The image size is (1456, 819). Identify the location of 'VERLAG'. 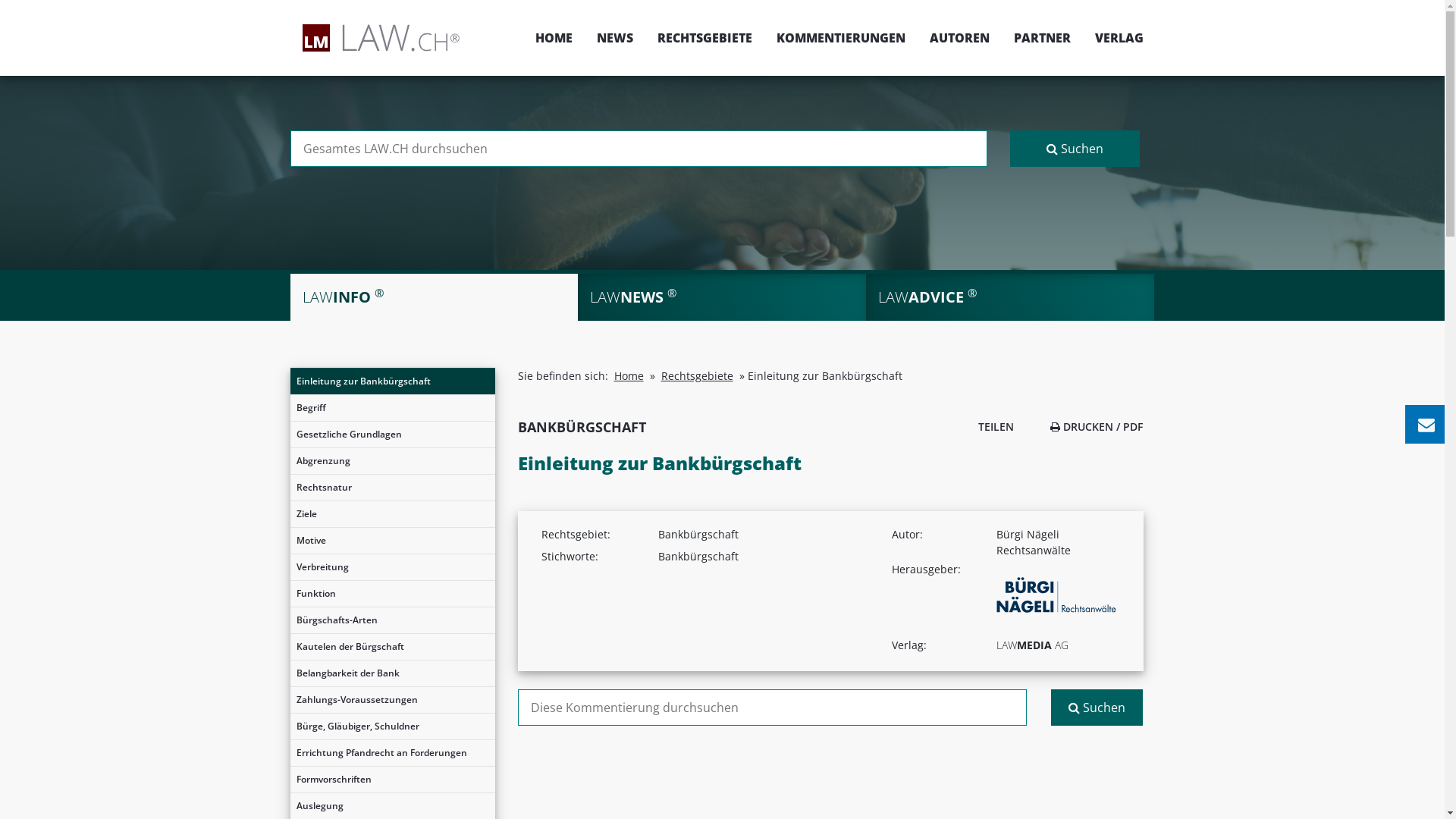
(1113, 37).